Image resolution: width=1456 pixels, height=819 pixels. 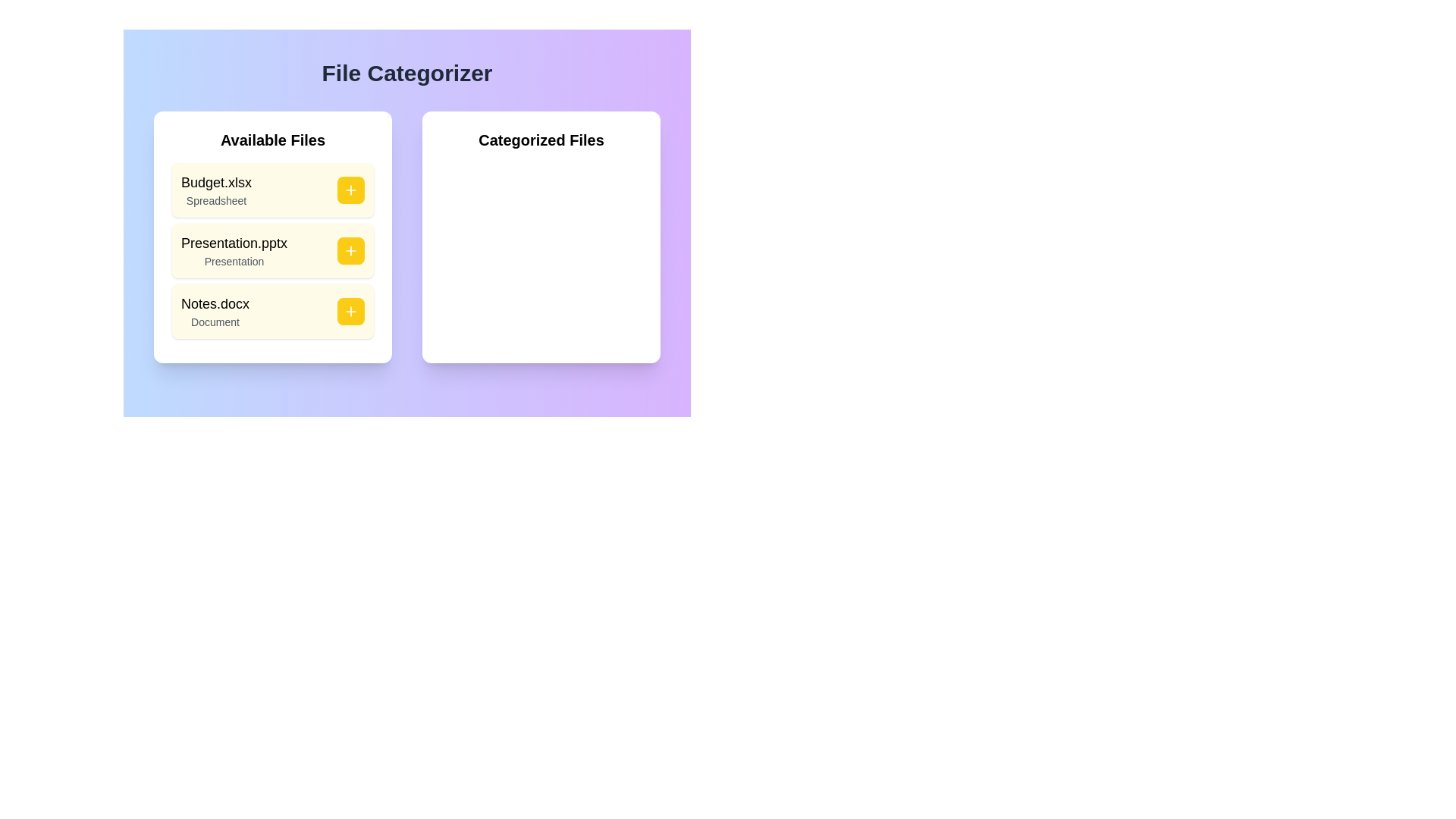 What do you see at coordinates (234, 260) in the screenshot?
I see `the text label indicating the category of the associated file below 'Presentation.pptx' in the second card of the 'Available Files' list` at bounding box center [234, 260].